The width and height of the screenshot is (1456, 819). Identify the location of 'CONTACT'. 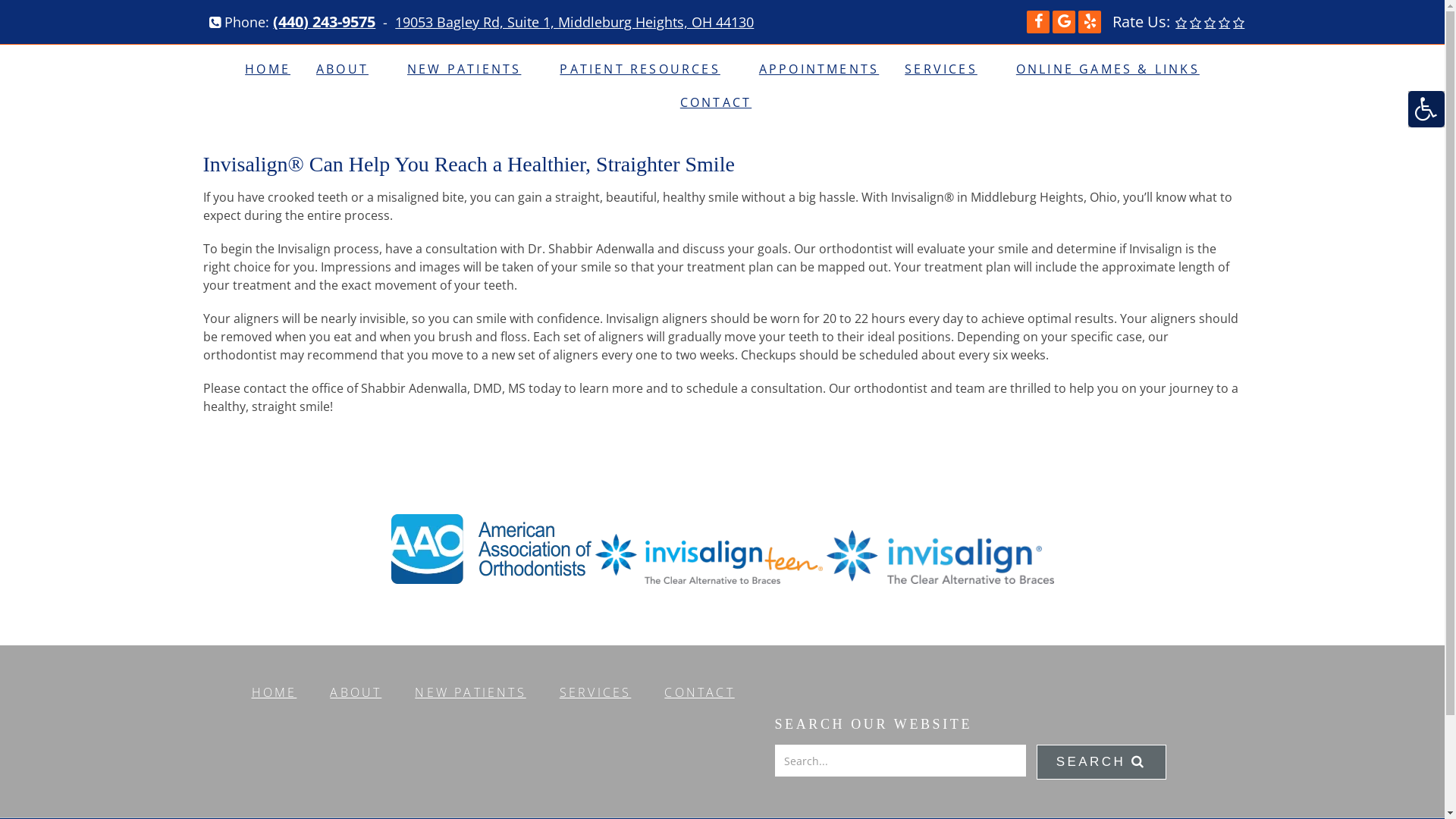
(698, 692).